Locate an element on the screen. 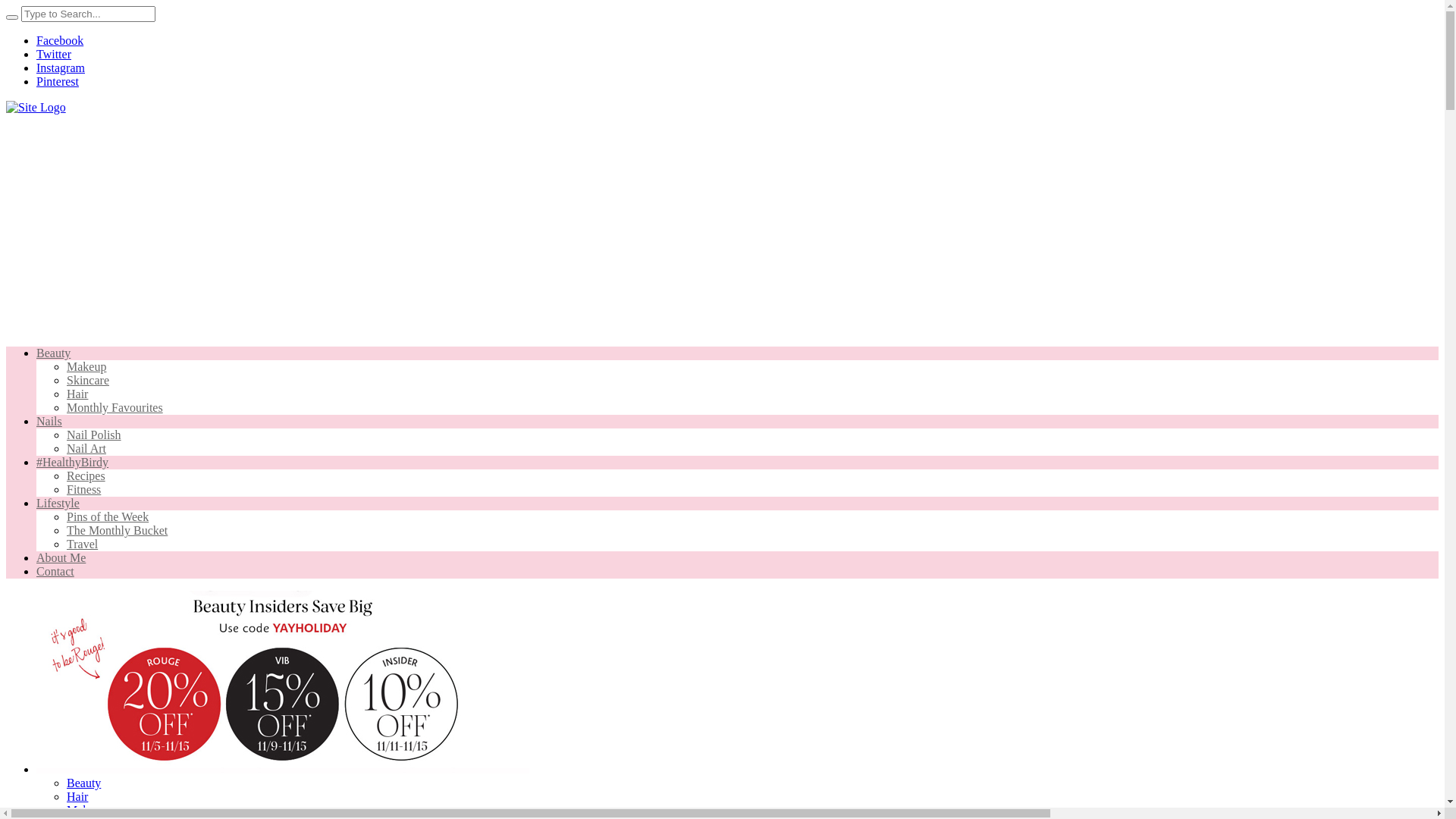 Image resolution: width=1456 pixels, height=819 pixels. 'Skincare' is located at coordinates (65, 379).